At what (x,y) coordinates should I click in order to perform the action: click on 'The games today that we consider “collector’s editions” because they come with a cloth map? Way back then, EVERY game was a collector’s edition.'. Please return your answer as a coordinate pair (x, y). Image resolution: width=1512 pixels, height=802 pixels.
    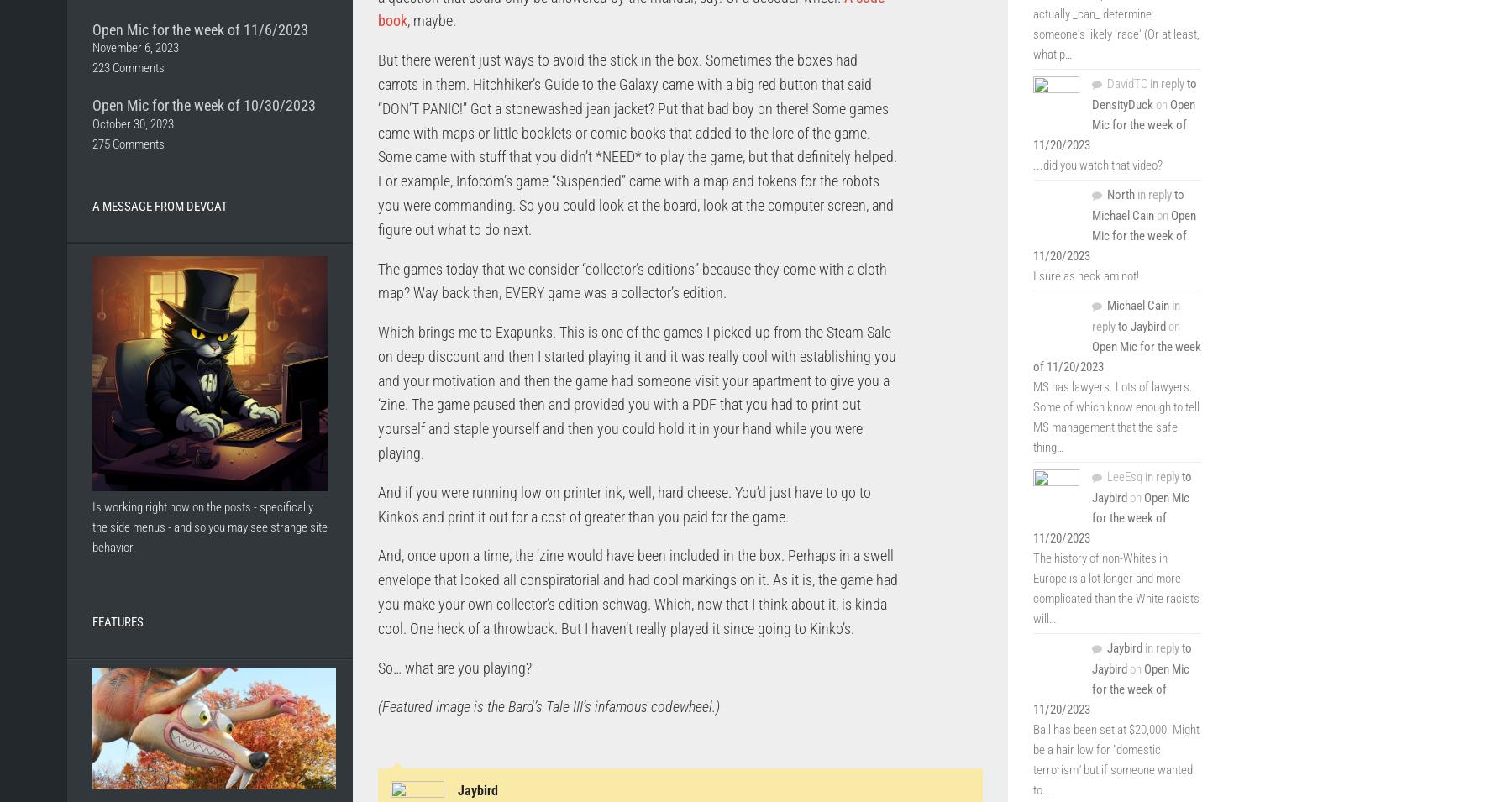
    Looking at the image, I should click on (378, 279).